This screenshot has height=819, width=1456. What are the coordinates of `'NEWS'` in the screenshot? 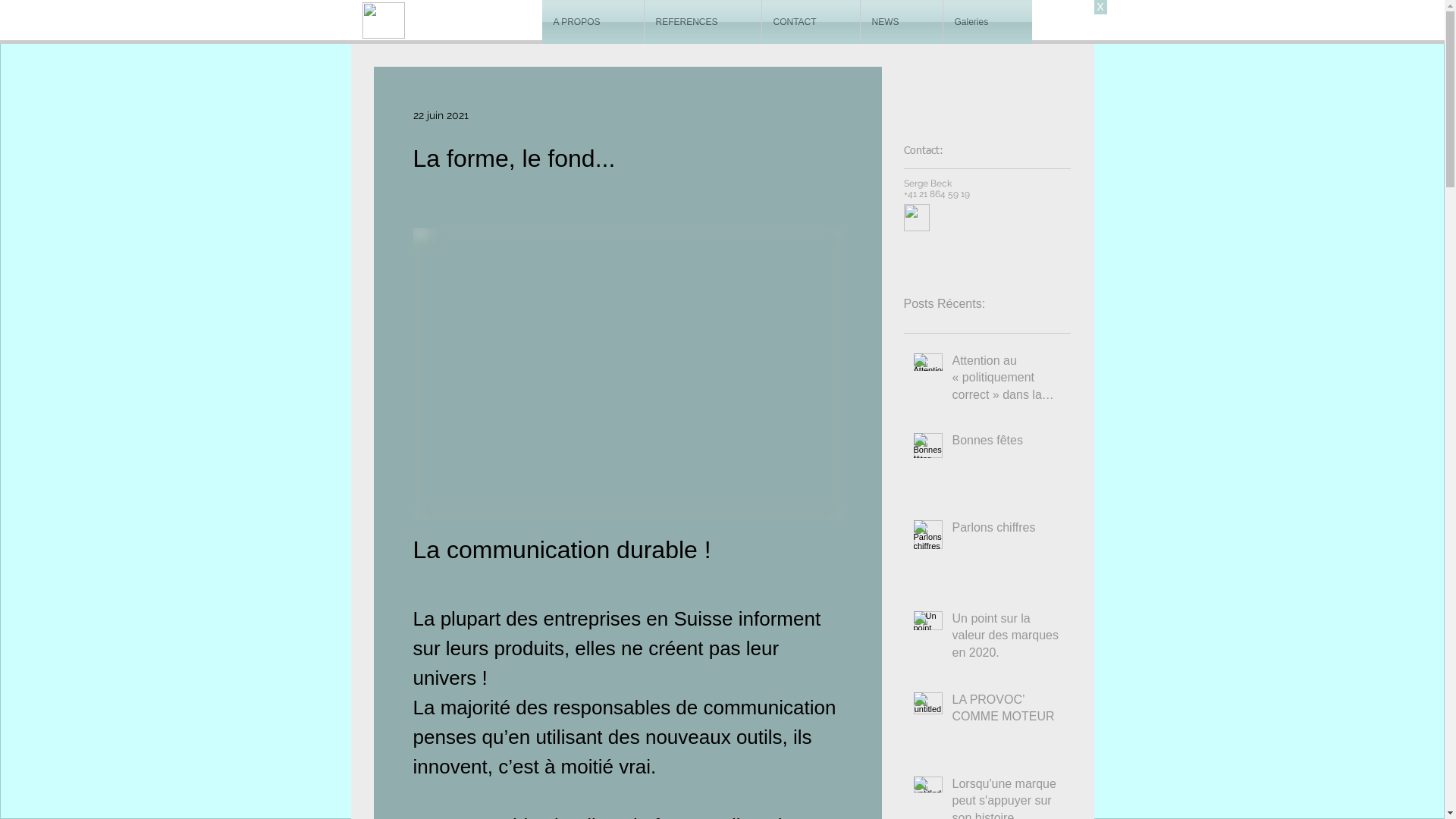 It's located at (900, 22).